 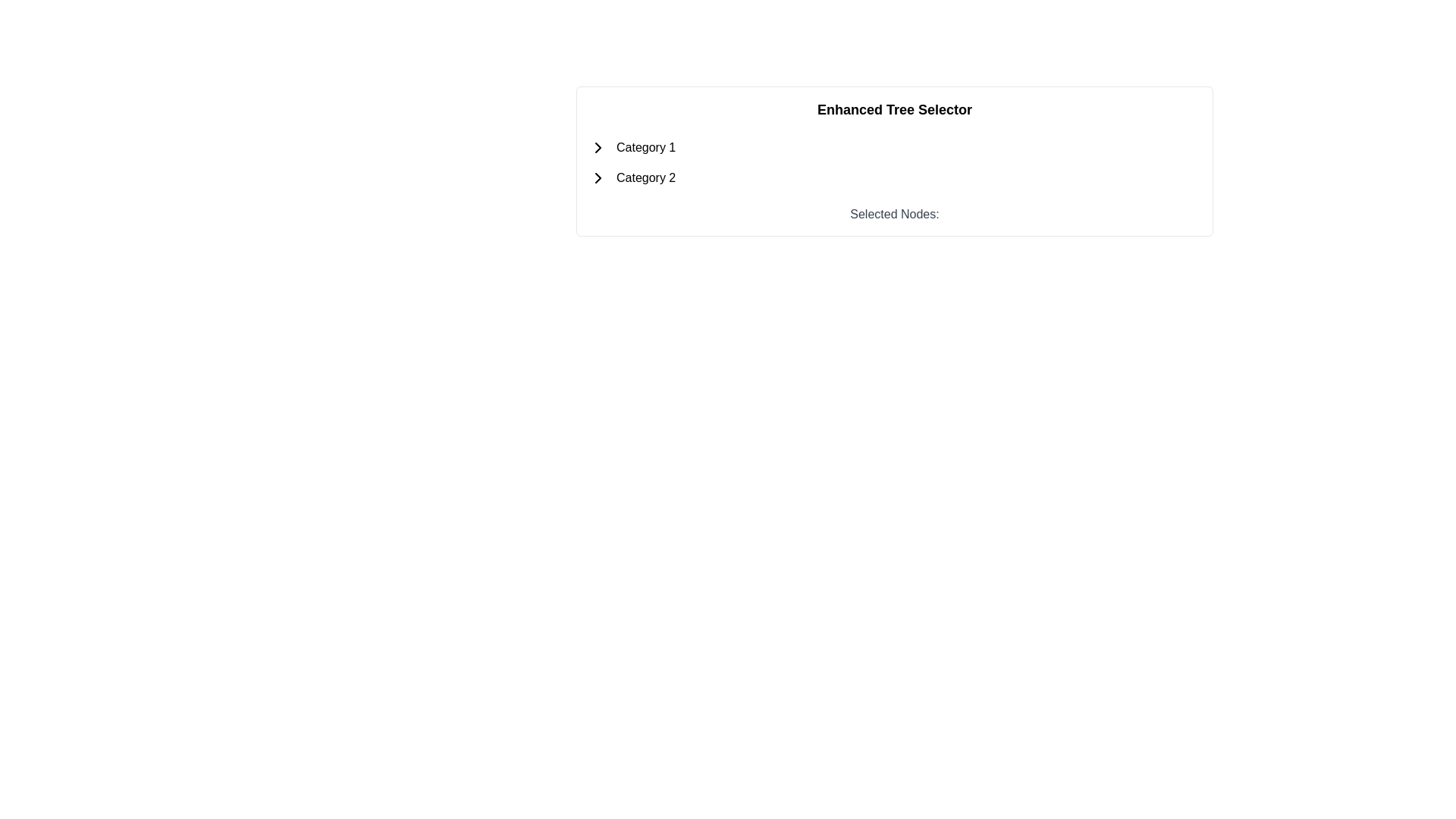 What do you see at coordinates (597, 177) in the screenshot?
I see `the vector graphic icon indicating that 'Category 2' can be expanded in the Enhanced Tree Selector interface` at bounding box center [597, 177].